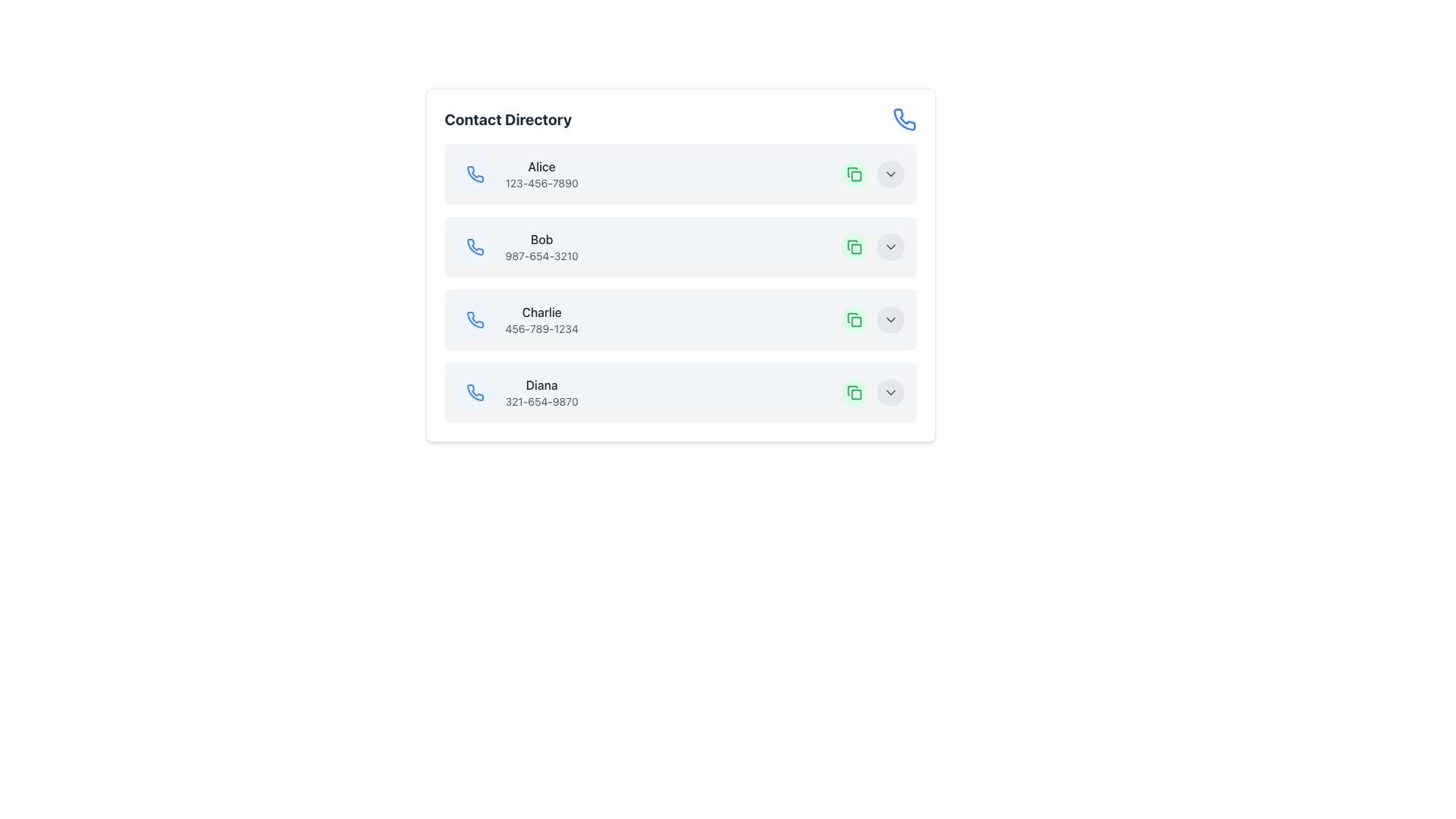  I want to click on the dropdown menu button for the 'Charlie' contact located at the far-right edge of the third contact card, so click(872, 318).